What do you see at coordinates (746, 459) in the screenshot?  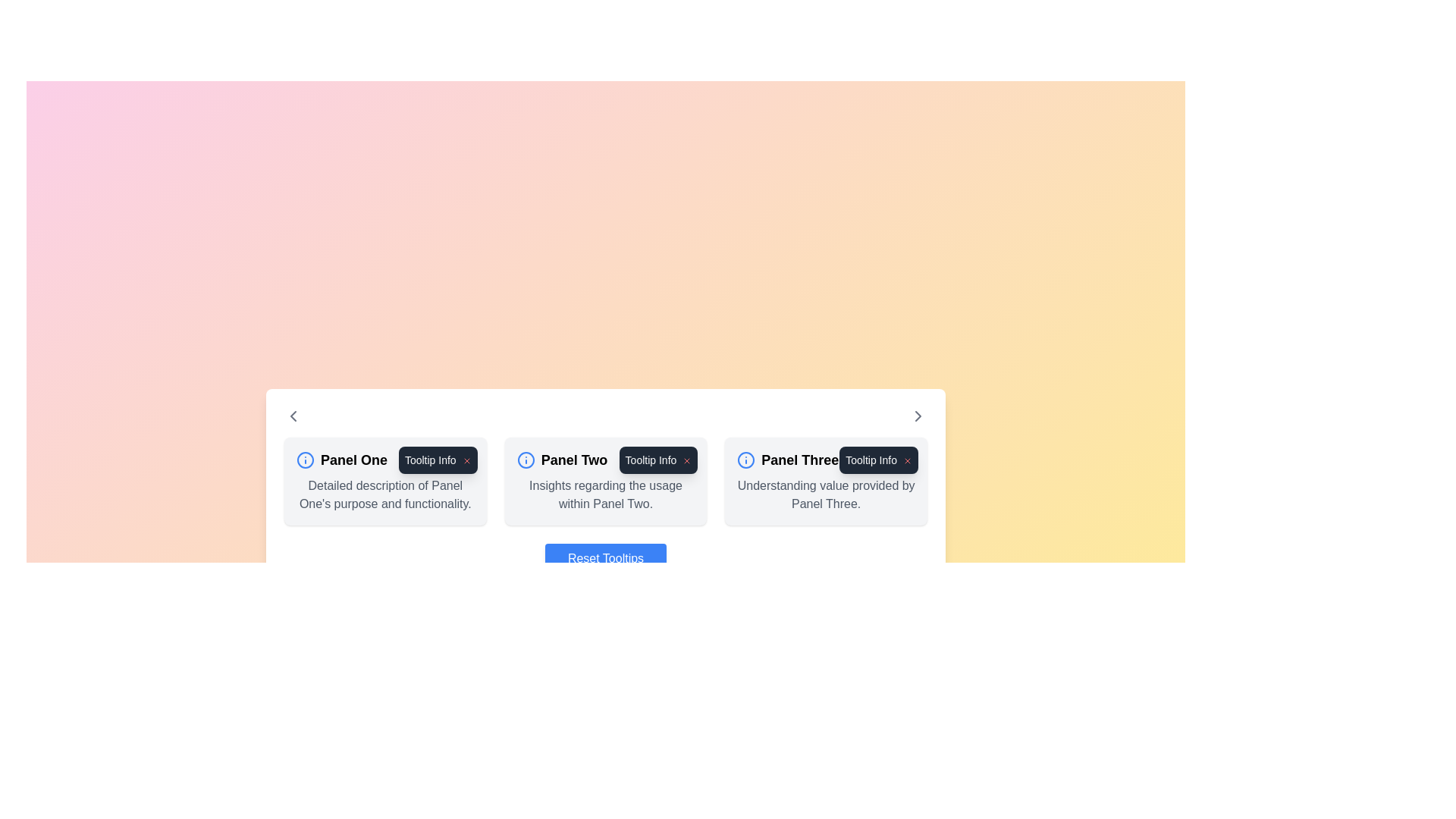 I see `the information icon, which is an outlined circle with an inner 'i' symbol, located at the top-left corner of 'Panel Three.'` at bounding box center [746, 459].